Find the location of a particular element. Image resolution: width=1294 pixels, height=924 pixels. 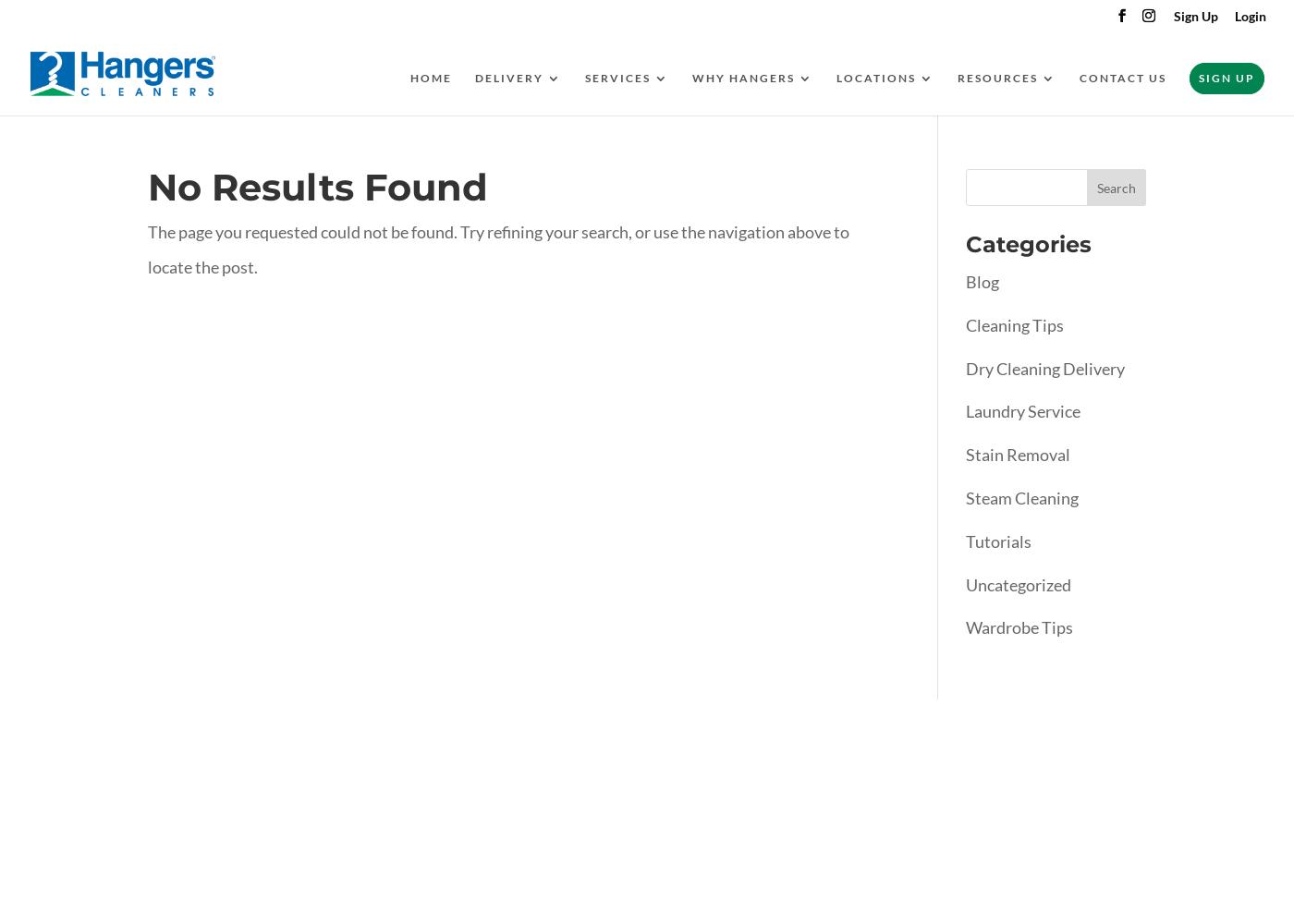

'Resources' is located at coordinates (997, 77).